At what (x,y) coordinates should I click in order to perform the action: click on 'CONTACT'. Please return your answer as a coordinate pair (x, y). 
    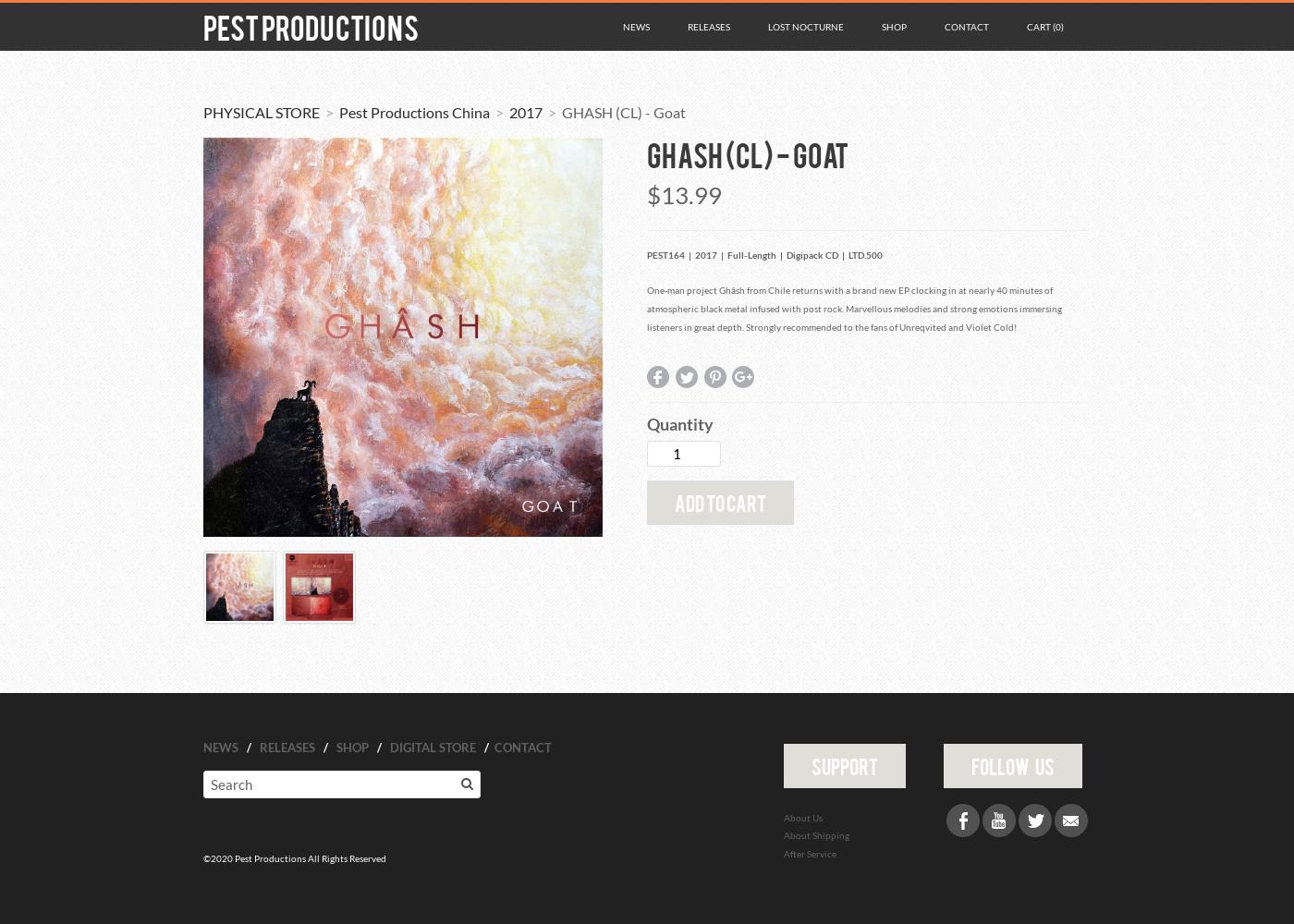
    Looking at the image, I should click on (523, 747).